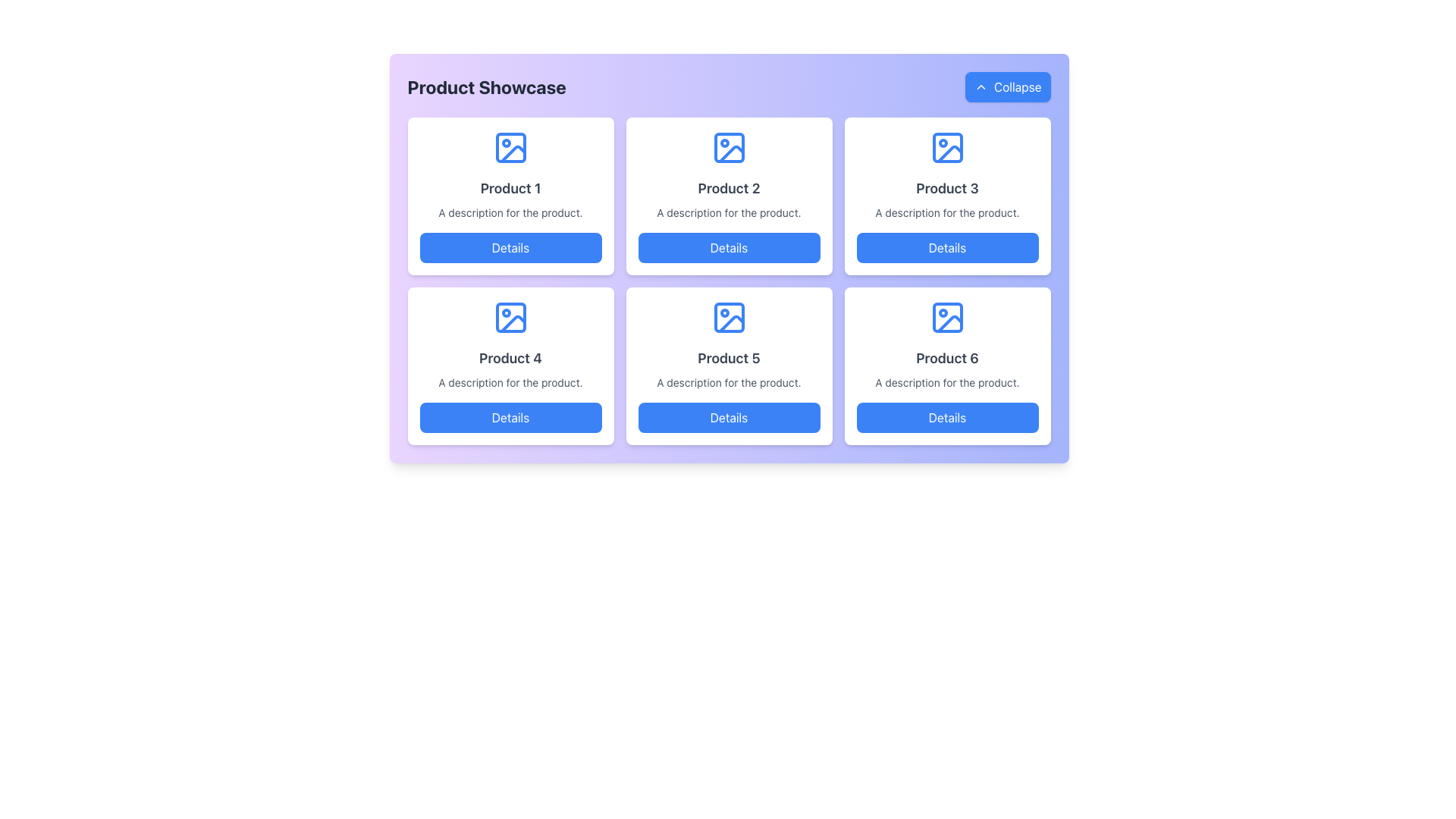 The image size is (1456, 819). I want to click on the decorative curved line graphic within the SVG image element in the second product card from the left in the top row of the product grid, so click(731, 154).